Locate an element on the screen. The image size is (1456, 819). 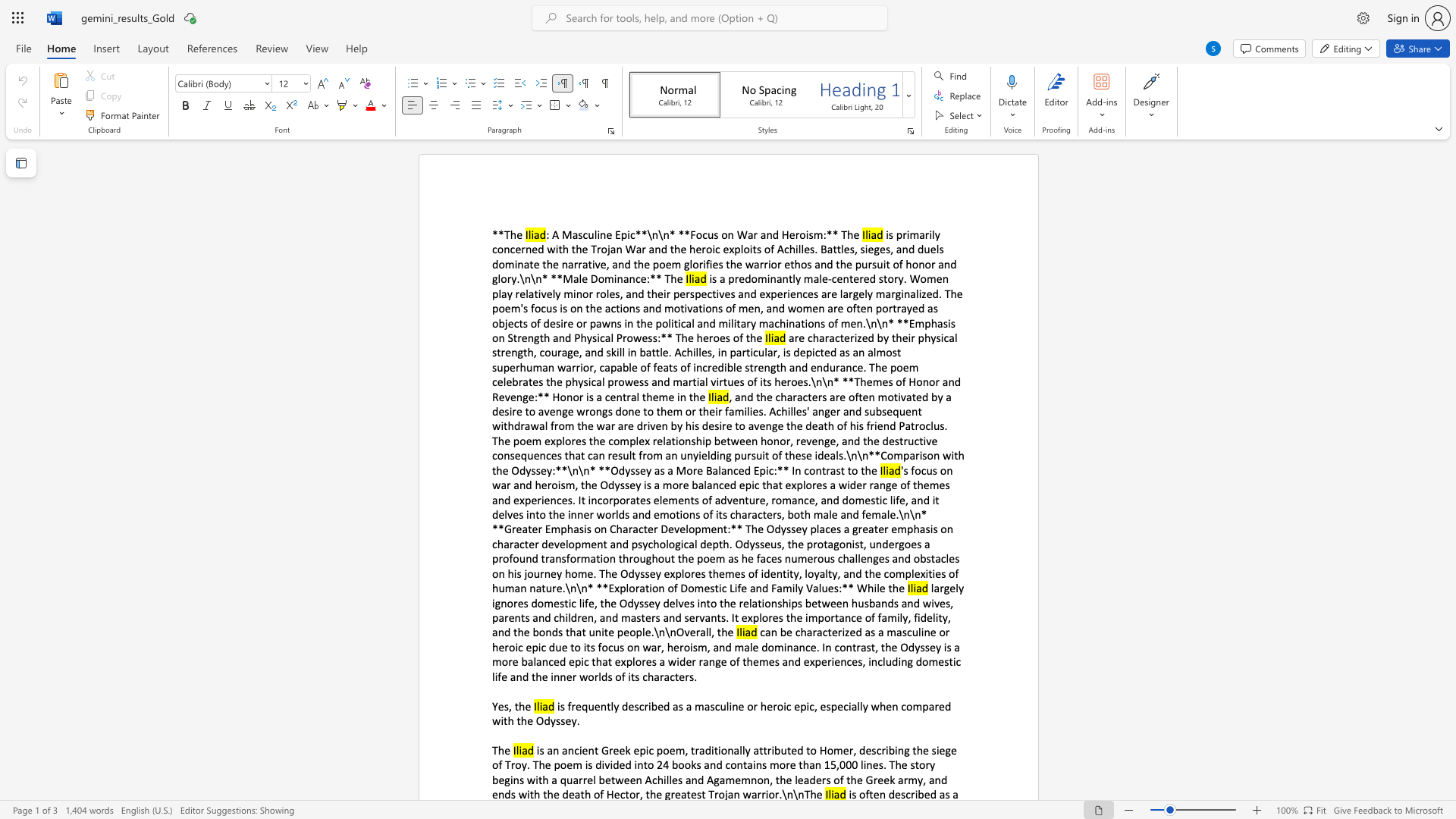
the subset text "agonist, undergoes a profound transformation throughout the poem as he faces numerous challenges and obstacles on his journey home. Th" within the text "'s focus on war and heroism, the Odyssey is a more balanced epic that explores a wider range of themes and experiences. It incorporates elements of adventure, romance, and domestic life, and it delves into the inner worlds and emotions of its characters, both male and female.\n\n* **Greater Emphasis on Character Development:** The Odyssey places a greater emphasis on character development and psychological depth. Odysseus, the protagonist, undergoes a profound transformation throughout the poem as he faces numerous challenges and obstacles on his journey home. The Odyssey explores themes of identity, loyalty, and the complexities of human nature.\n\n* **Exploration of Domestic Life and Family Values:** While the" is located at coordinates (827, 543).